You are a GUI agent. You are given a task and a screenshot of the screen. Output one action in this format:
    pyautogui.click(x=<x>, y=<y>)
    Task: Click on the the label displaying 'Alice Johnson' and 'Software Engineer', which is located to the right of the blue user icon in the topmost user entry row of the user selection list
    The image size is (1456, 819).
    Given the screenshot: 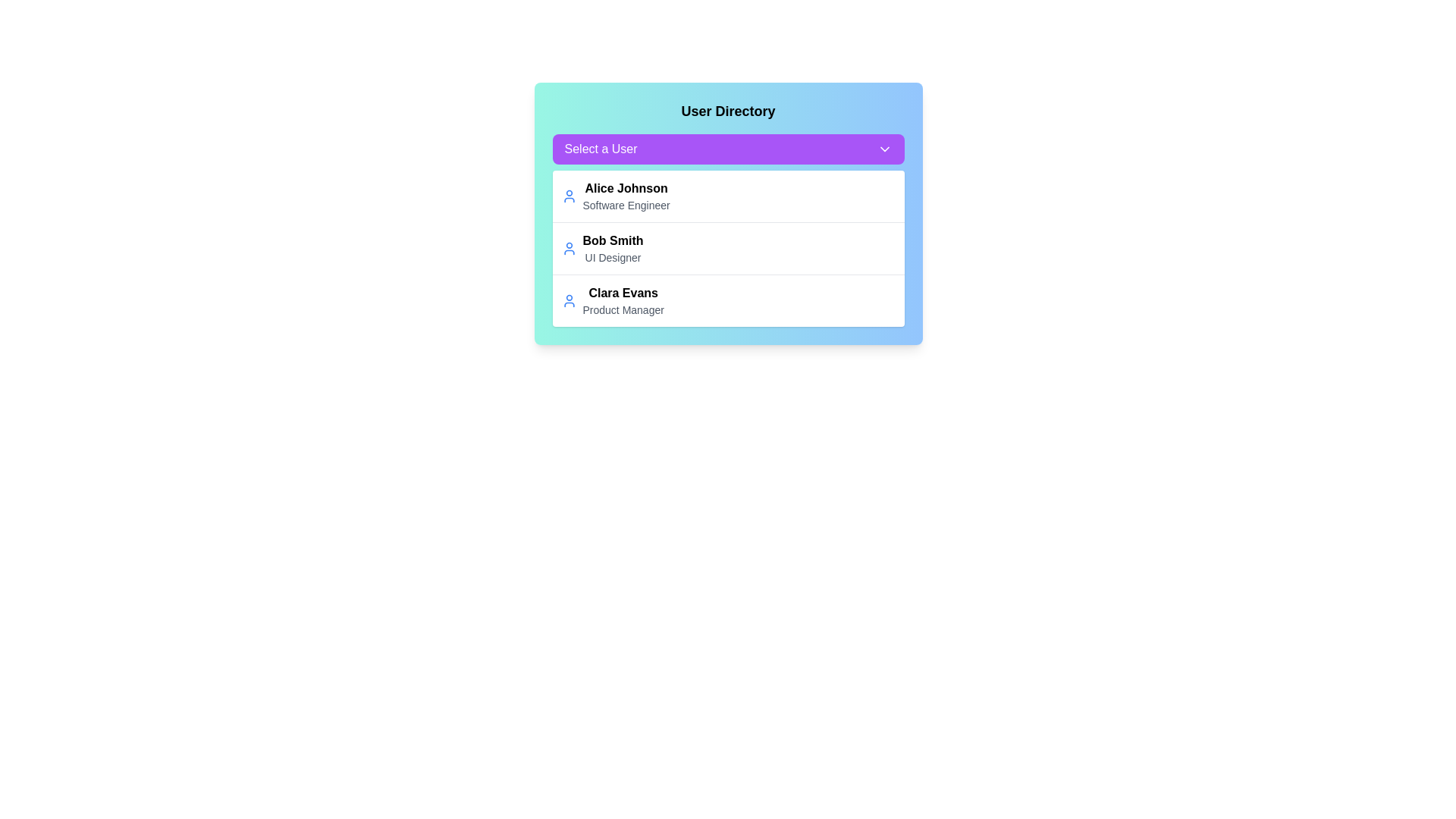 What is the action you would take?
    pyautogui.click(x=626, y=195)
    